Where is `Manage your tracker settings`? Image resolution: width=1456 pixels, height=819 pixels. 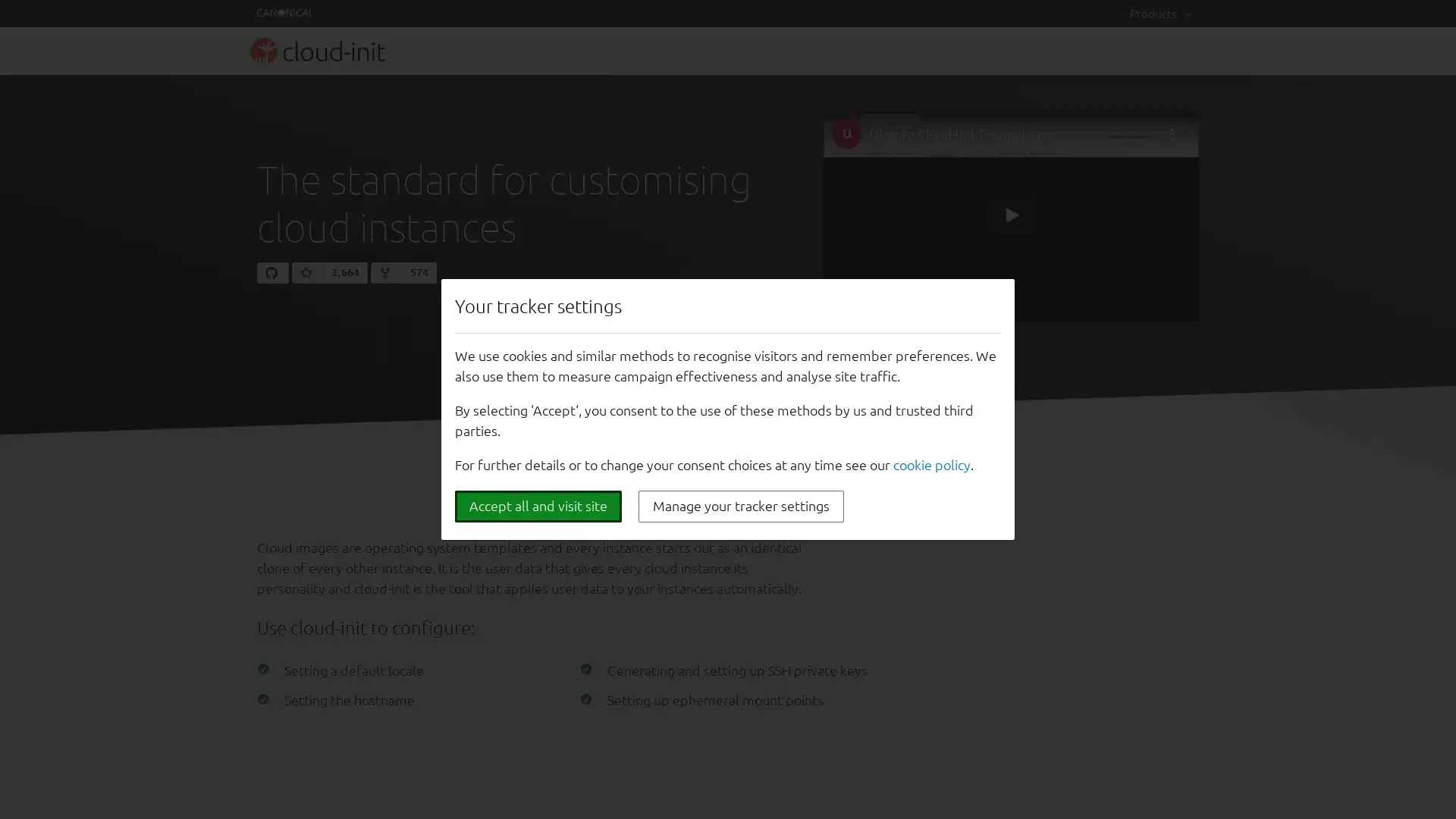
Manage your tracker settings is located at coordinates (741, 506).